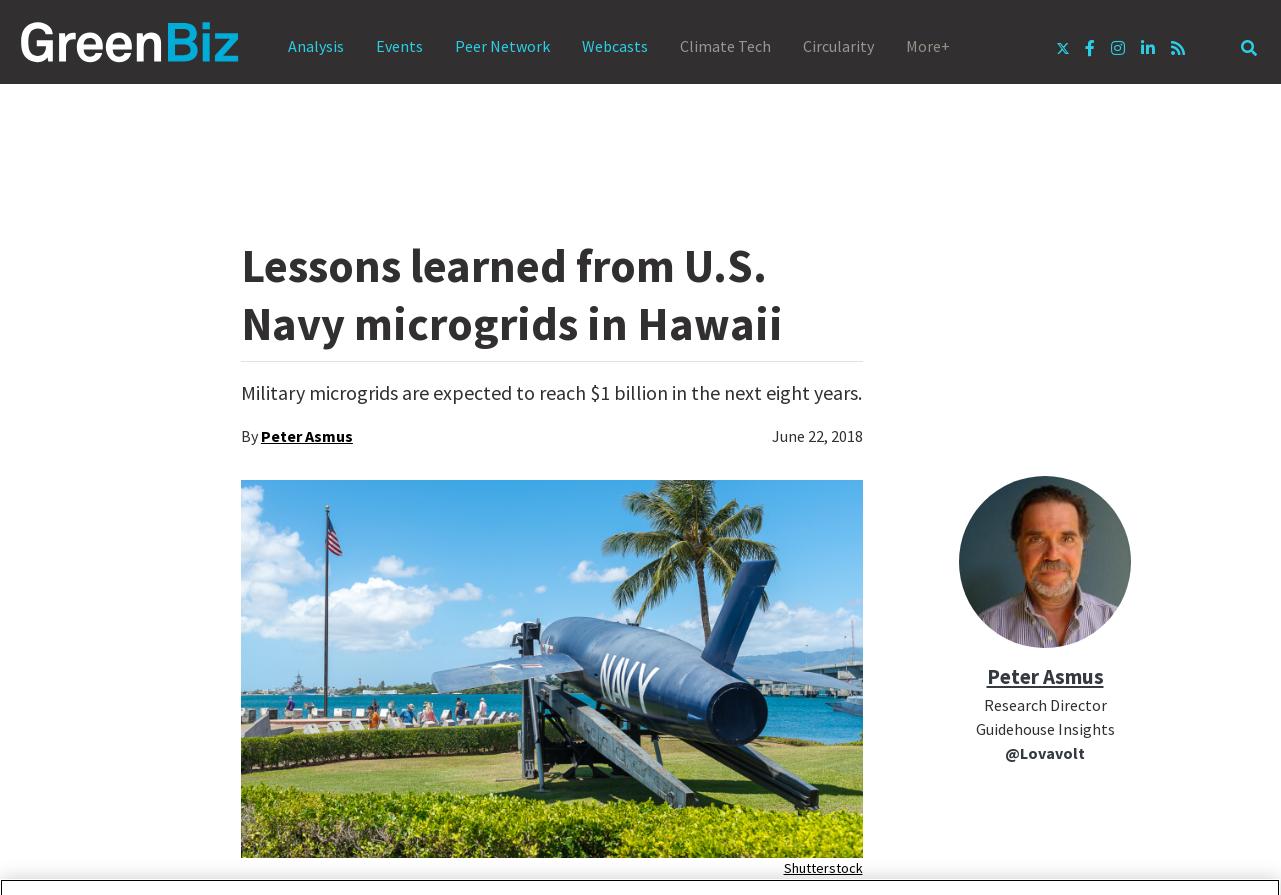 The image size is (1281, 895). Describe the element at coordinates (1043, 703) in the screenshot. I see `'Research Director'` at that location.